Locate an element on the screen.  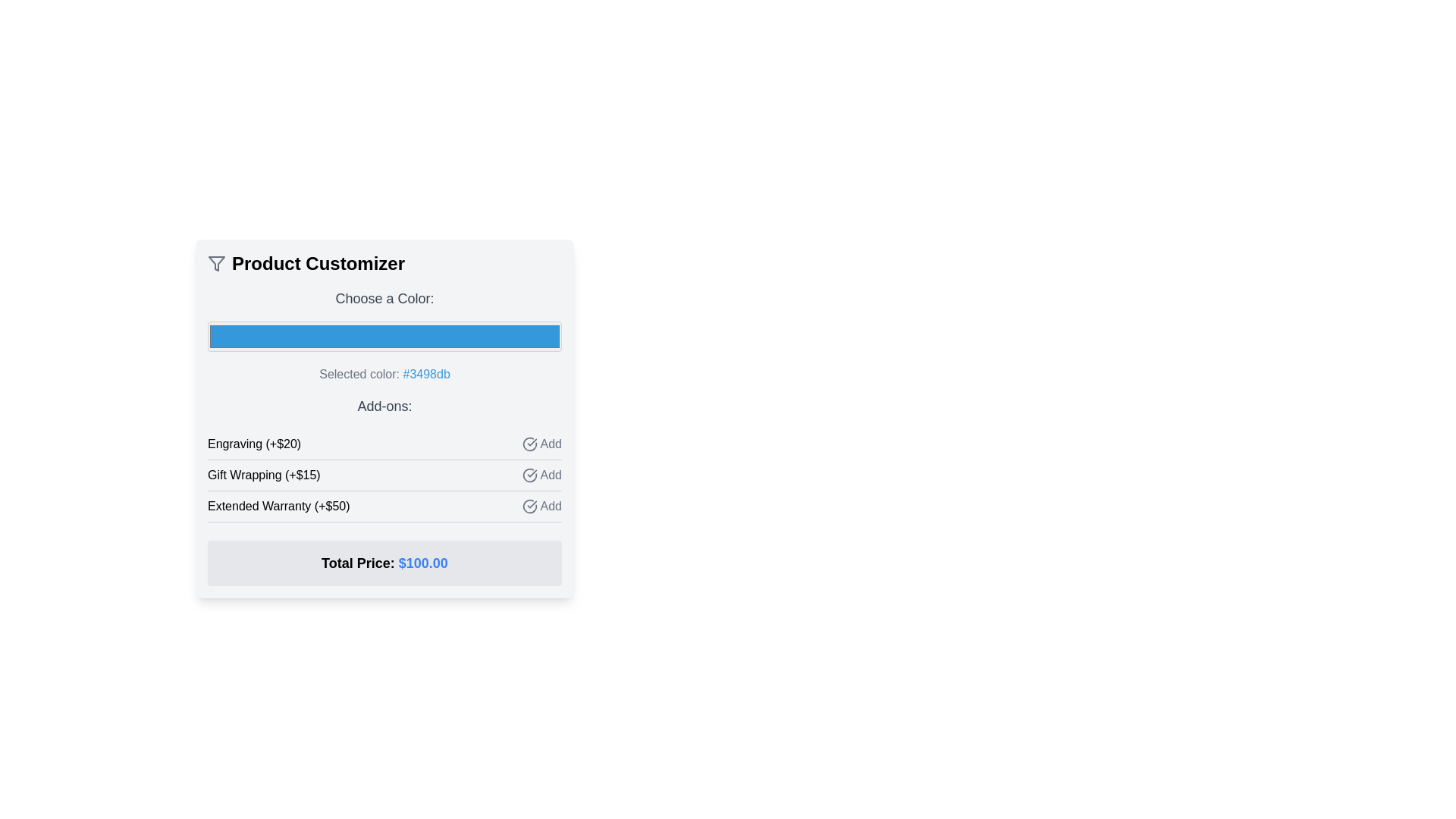
description of the add-on 'Engraving (+$20)' in the optional add-ons section, which is the first item below the 'Choose a Color' section is located at coordinates (384, 444).